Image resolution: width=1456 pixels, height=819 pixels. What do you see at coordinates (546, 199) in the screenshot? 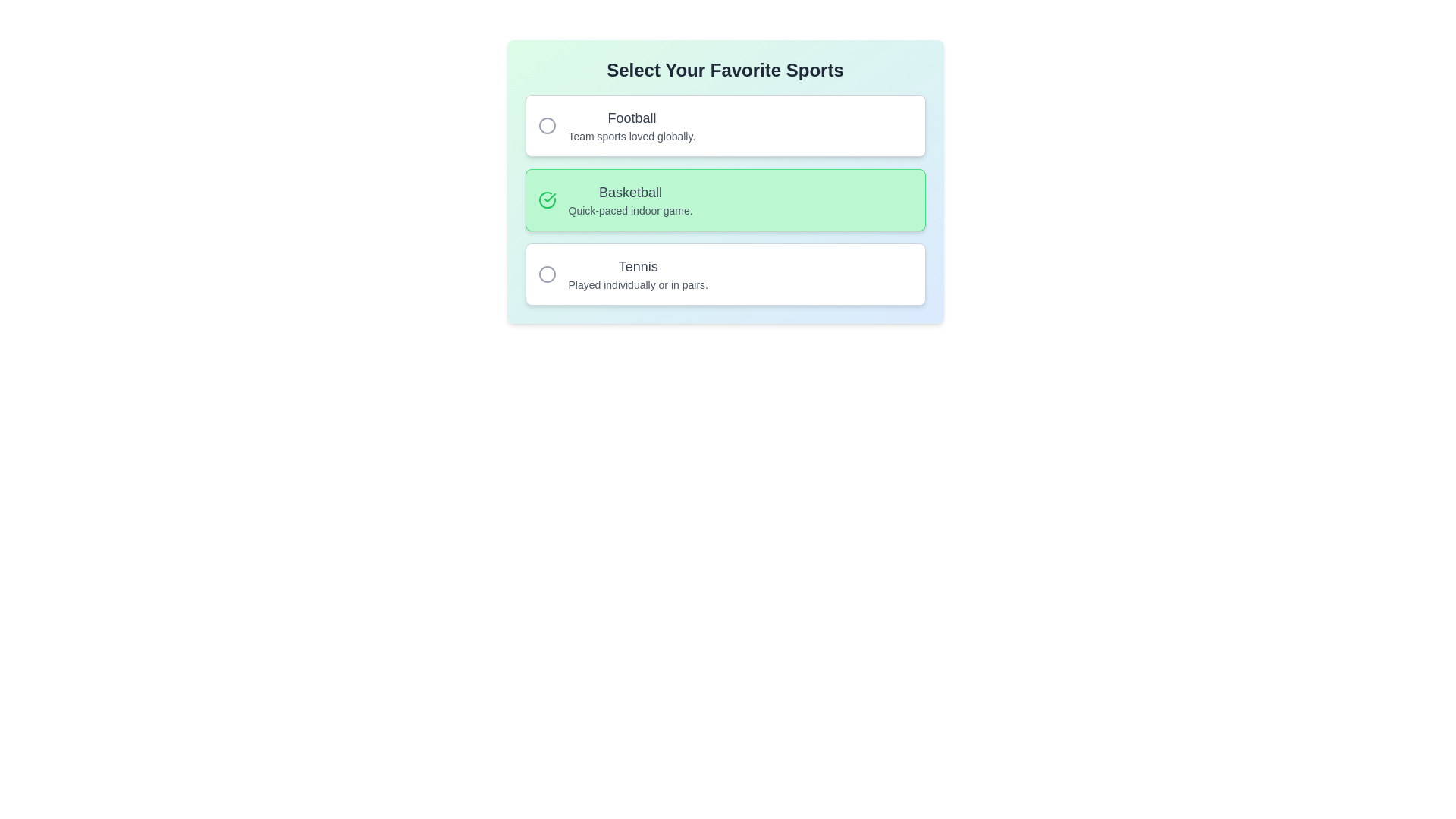
I see `the outer circular portion of the SVG checkmark icon within the 'Basketball' selection box to indicate selection` at bounding box center [546, 199].